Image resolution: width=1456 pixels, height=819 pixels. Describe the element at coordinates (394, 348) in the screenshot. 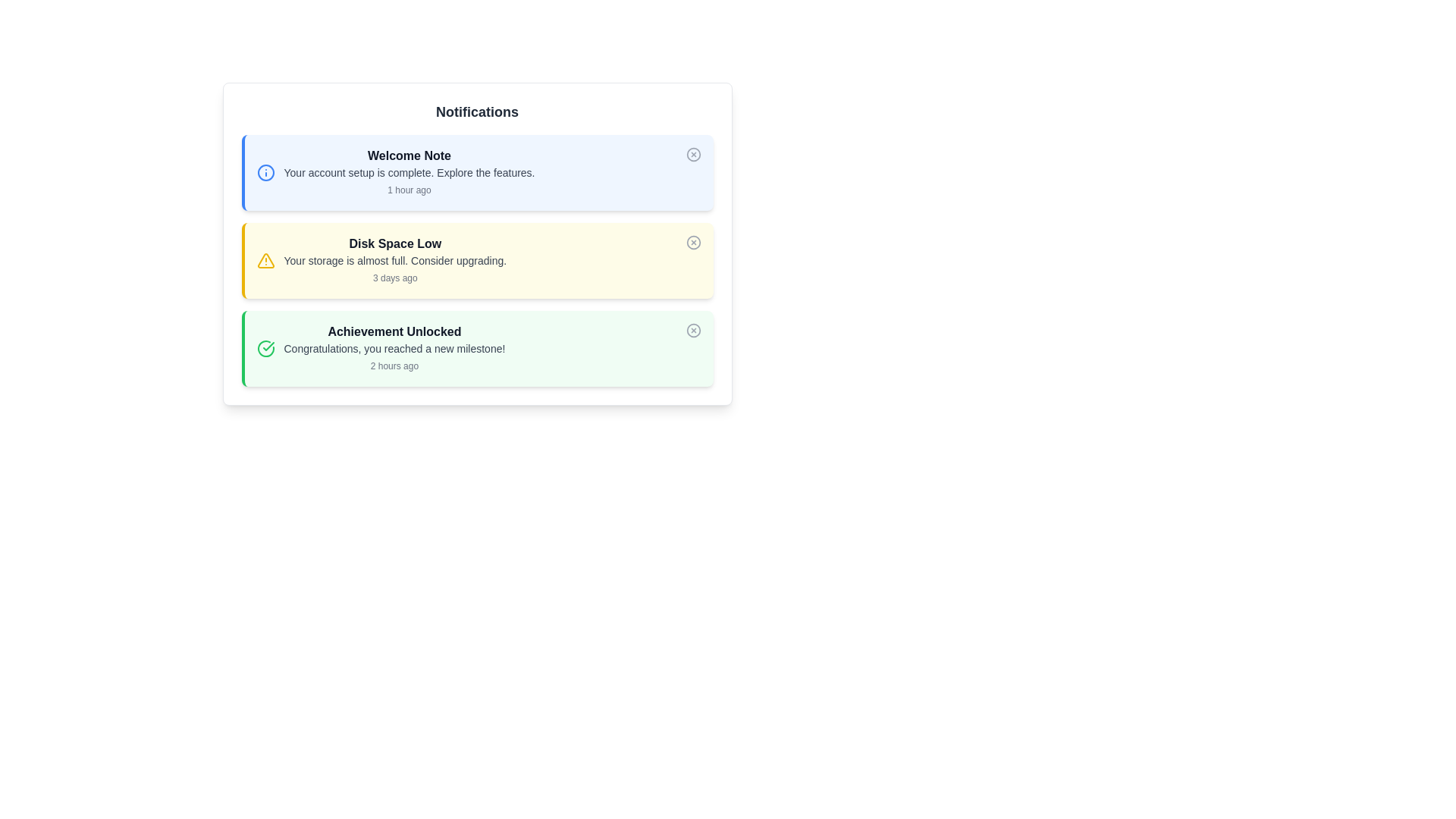

I see `the text label that reads 'Congratulations, you reached a new milestone!' which is styled with a gray font color and is centered within a lightly green background section` at that location.